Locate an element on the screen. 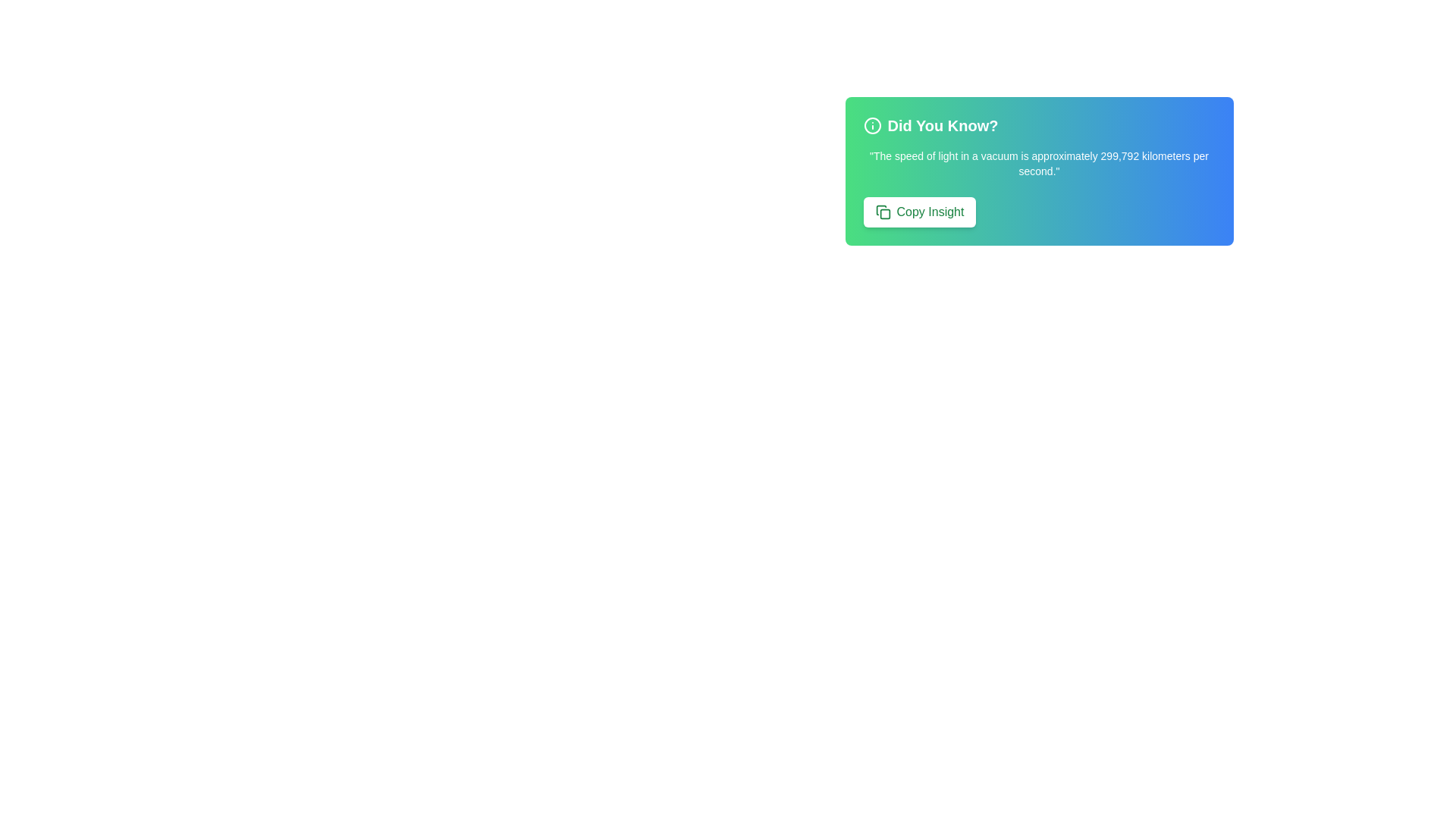  the 'Copy' button located at the bottom-left of the colorful gradient box titled 'Did You Know?' is located at coordinates (919, 212).